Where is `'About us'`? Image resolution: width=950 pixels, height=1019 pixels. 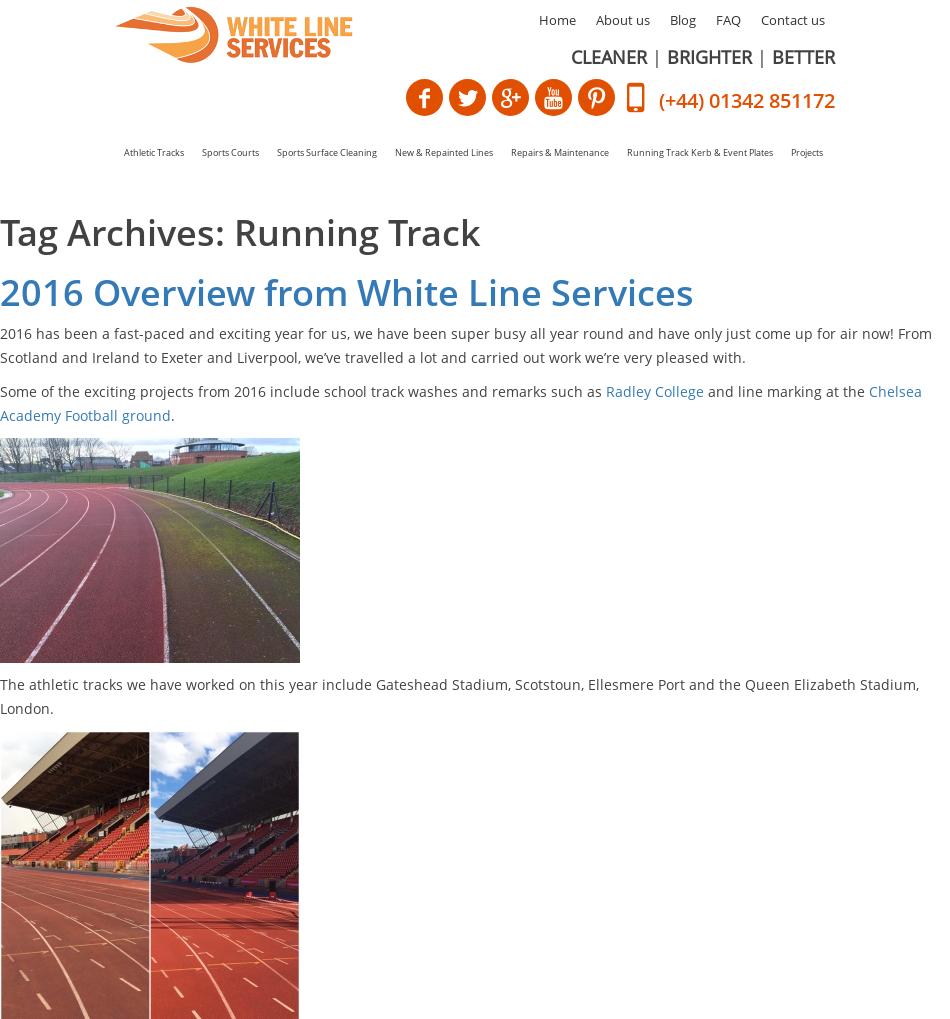 'About us' is located at coordinates (623, 18).